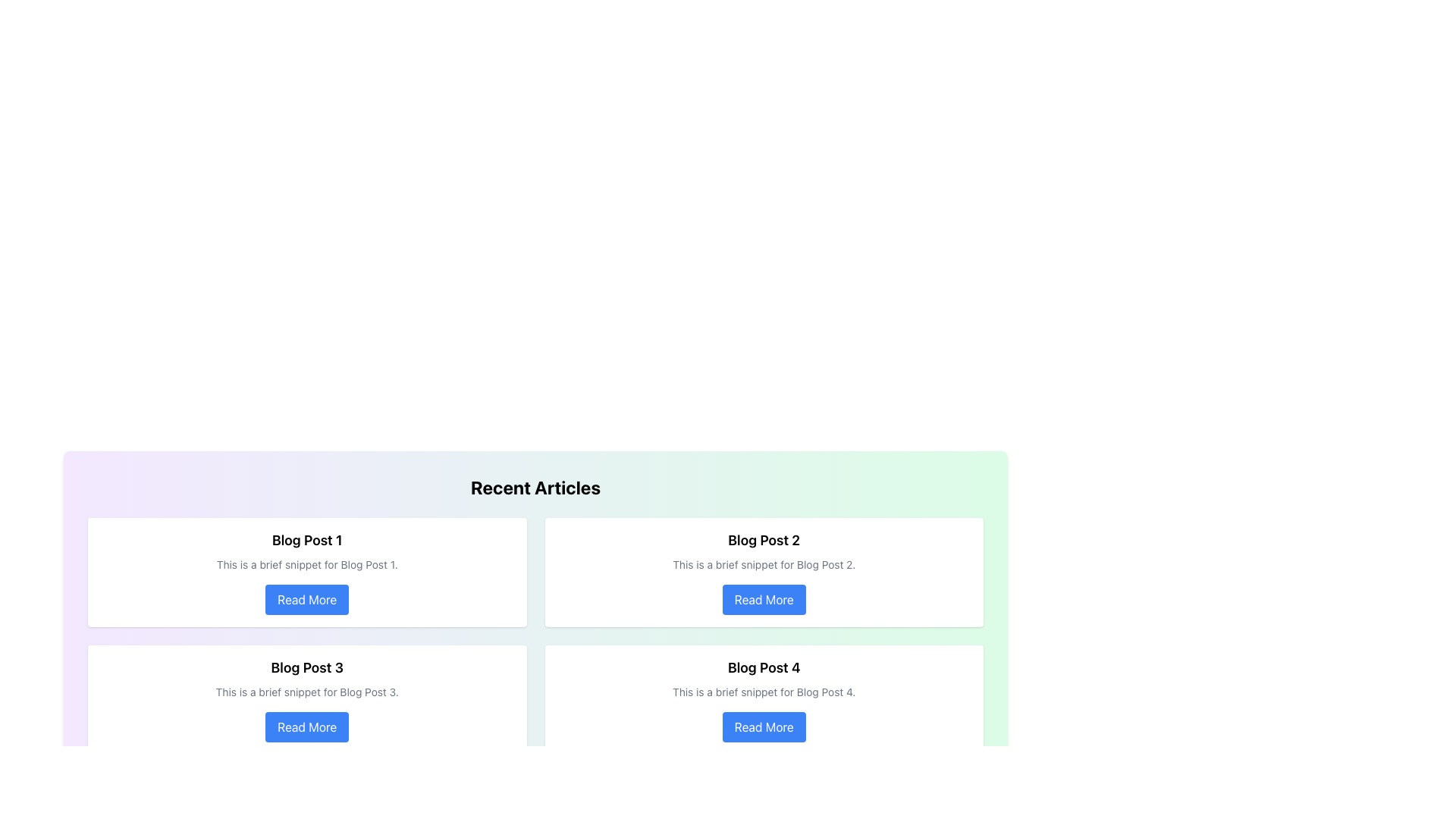 Image resolution: width=1456 pixels, height=819 pixels. Describe the element at coordinates (764, 540) in the screenshot. I see `the text element 'Blog Post 2', which is styled in bold and larger font size at the top-center of a card with a white background and rounded corners` at that location.